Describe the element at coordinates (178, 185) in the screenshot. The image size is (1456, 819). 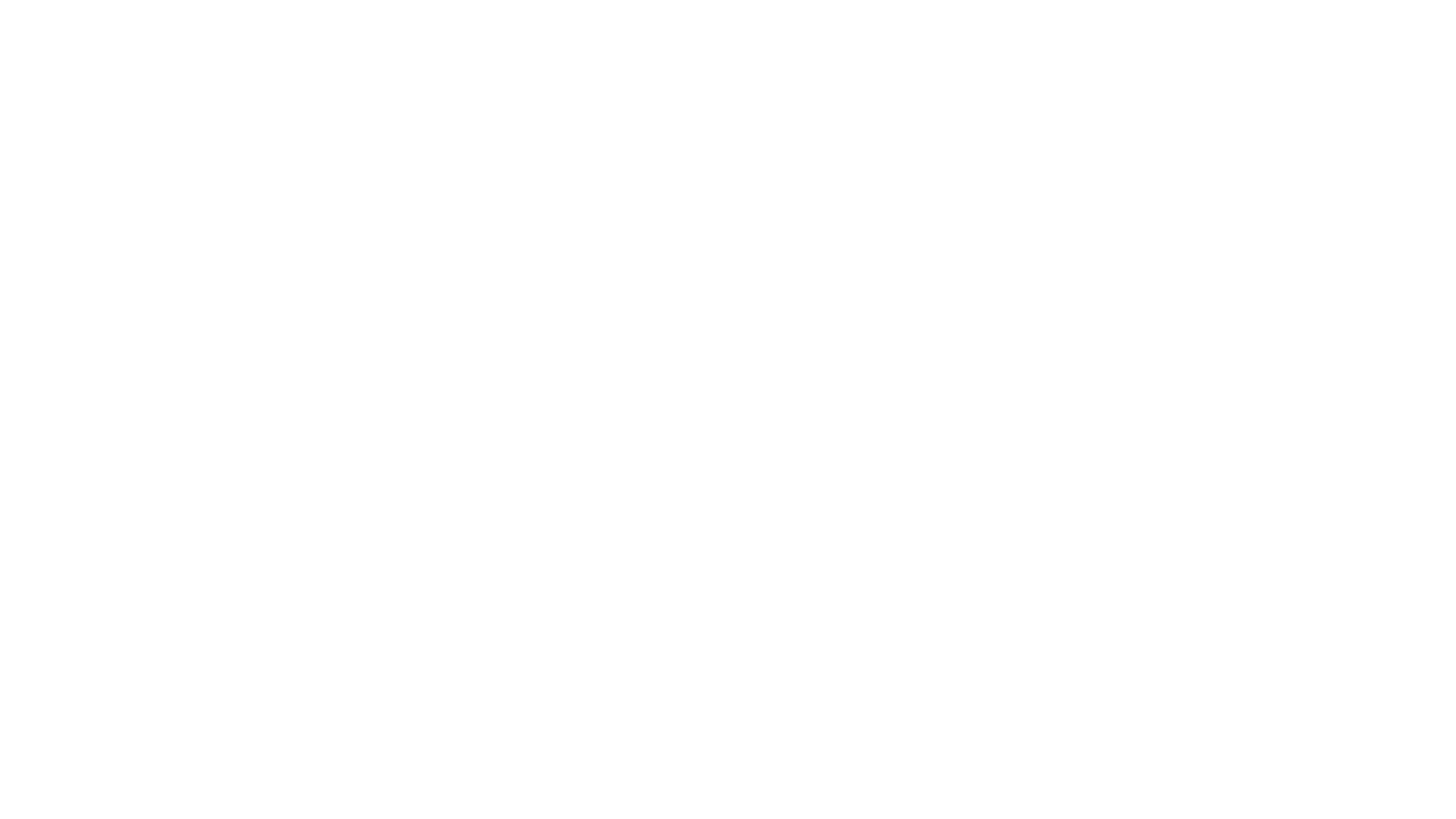
I see `Mihaela C. Ion` at that location.